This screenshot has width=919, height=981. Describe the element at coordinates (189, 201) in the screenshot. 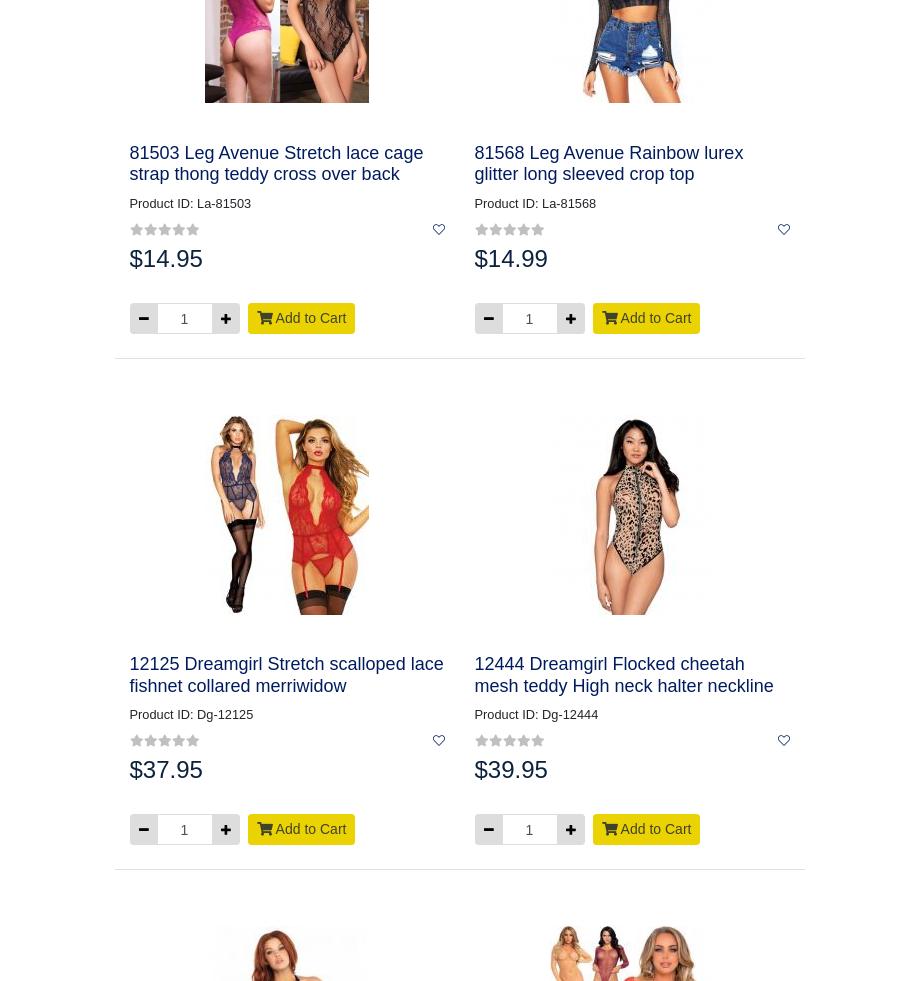

I see `'Product ID: La-81503'` at that location.